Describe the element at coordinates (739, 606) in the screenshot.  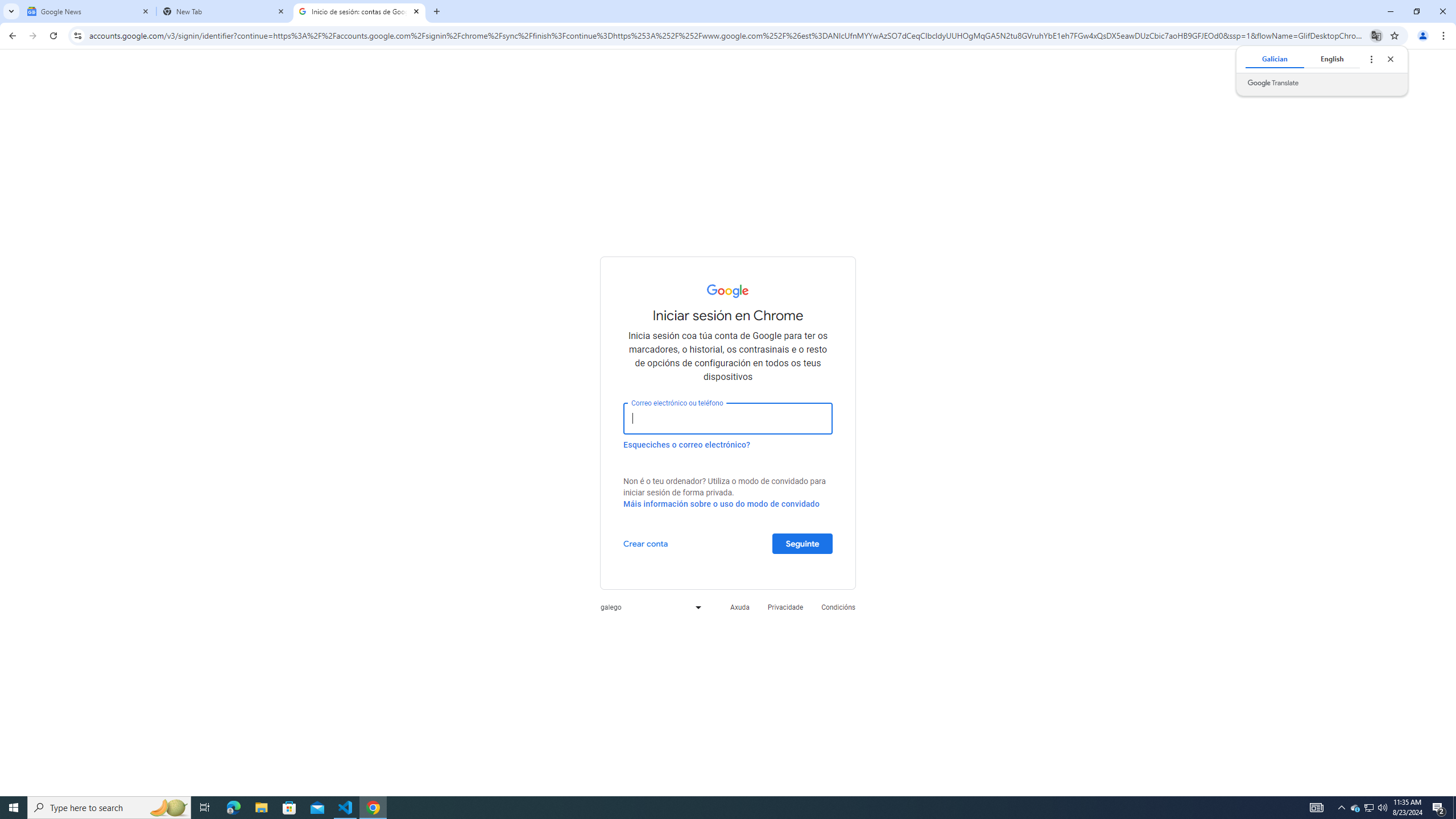
I see `'Axuda'` at that location.